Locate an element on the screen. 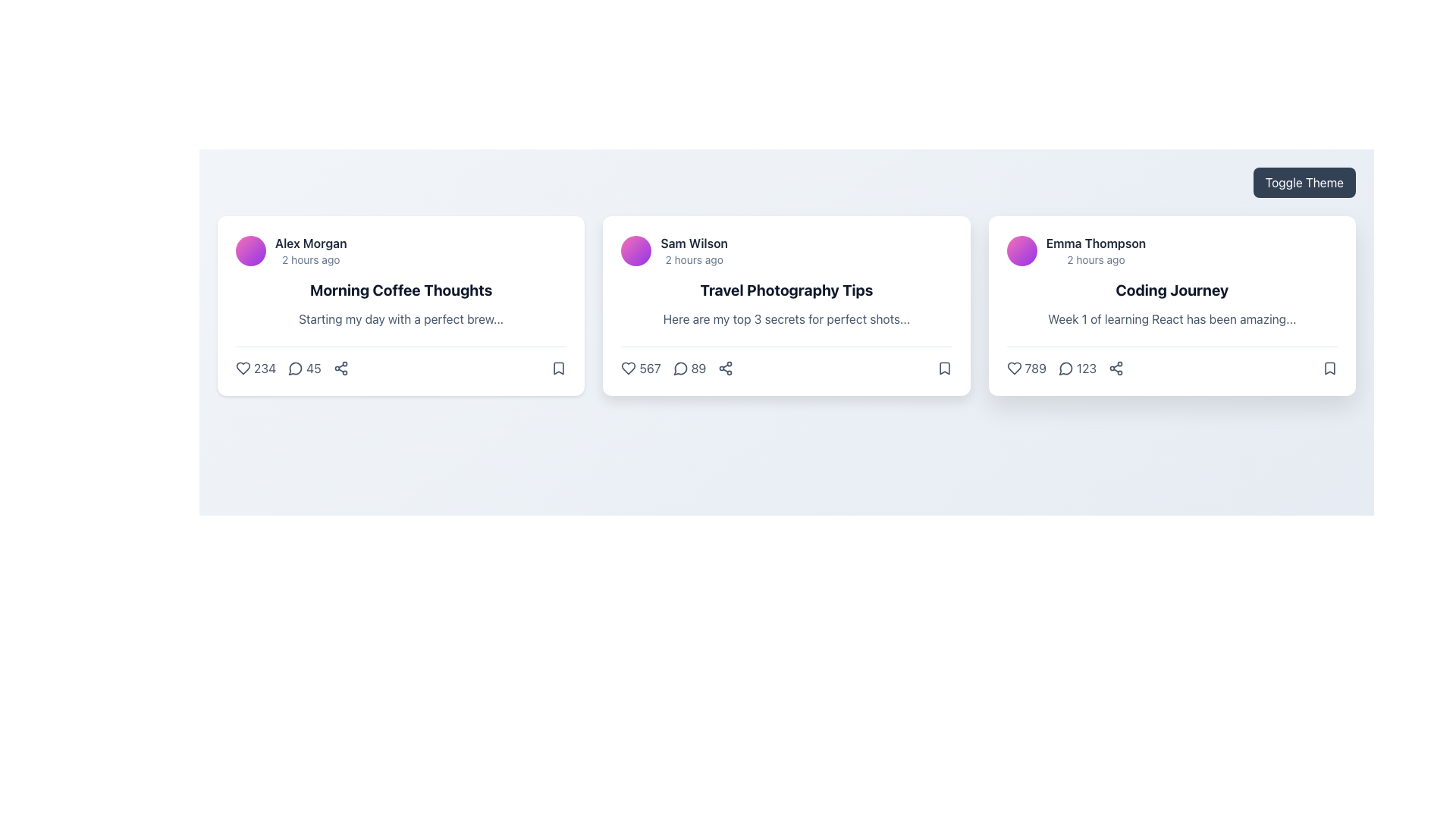  the speech bubble icon in the footer of the 'Coding Journey' card is located at coordinates (1065, 369).